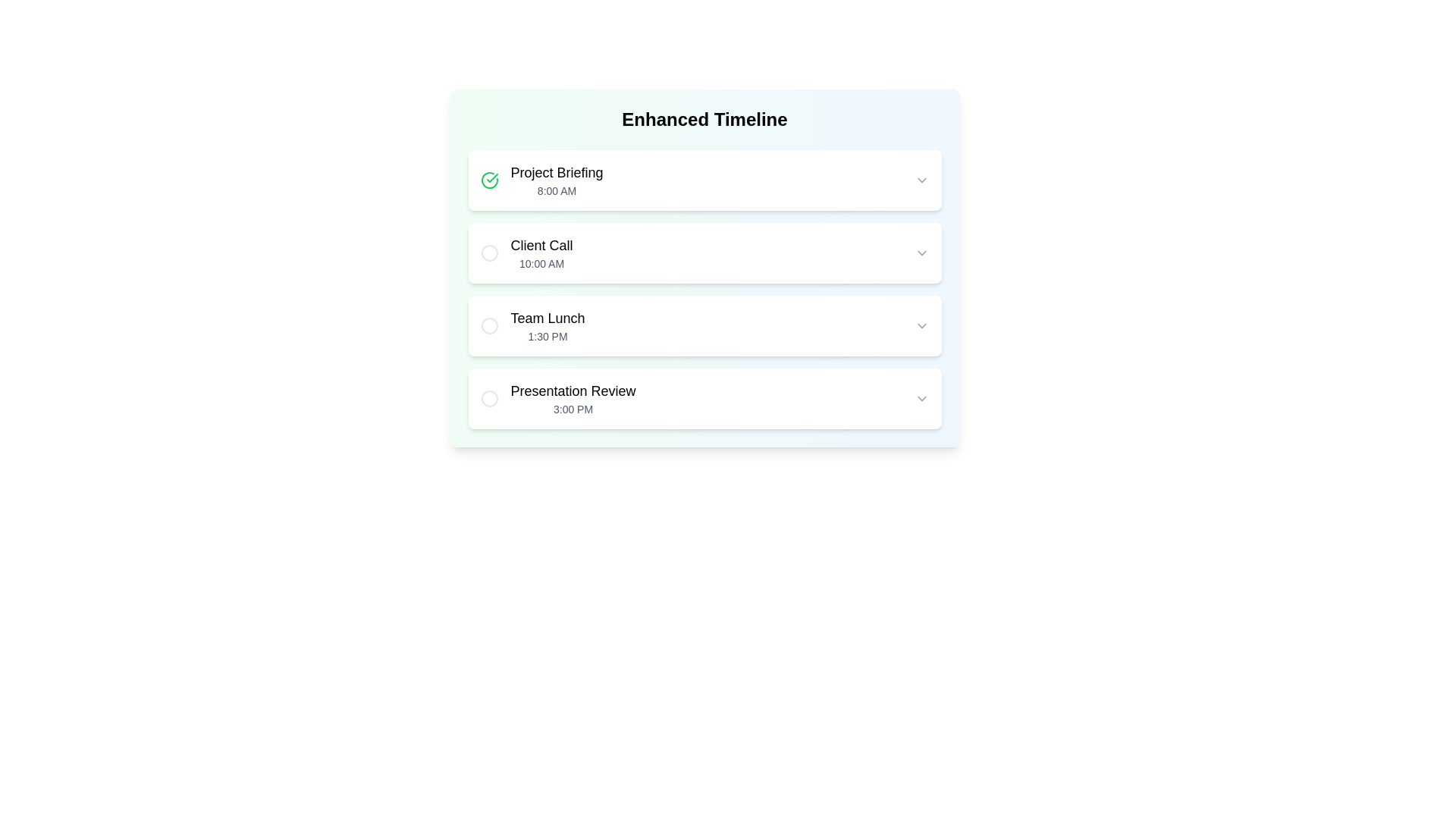 The height and width of the screenshot is (819, 1456). What do you see at coordinates (704, 253) in the screenshot?
I see `the 'Client Call' timeline entry scheduled for '10:00 AM'` at bounding box center [704, 253].